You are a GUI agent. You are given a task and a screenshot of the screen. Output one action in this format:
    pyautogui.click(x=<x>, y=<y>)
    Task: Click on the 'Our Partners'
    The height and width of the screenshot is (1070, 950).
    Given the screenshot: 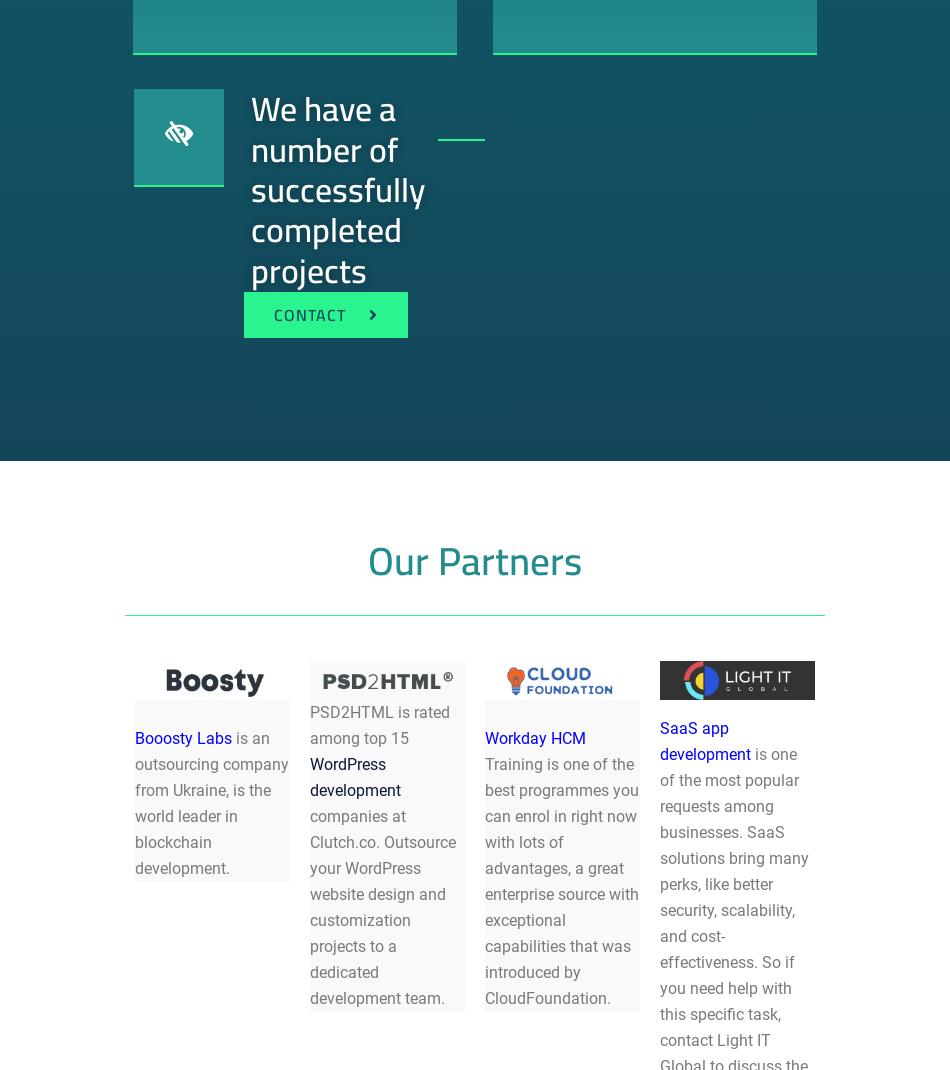 What is the action you would take?
    pyautogui.click(x=475, y=558)
    